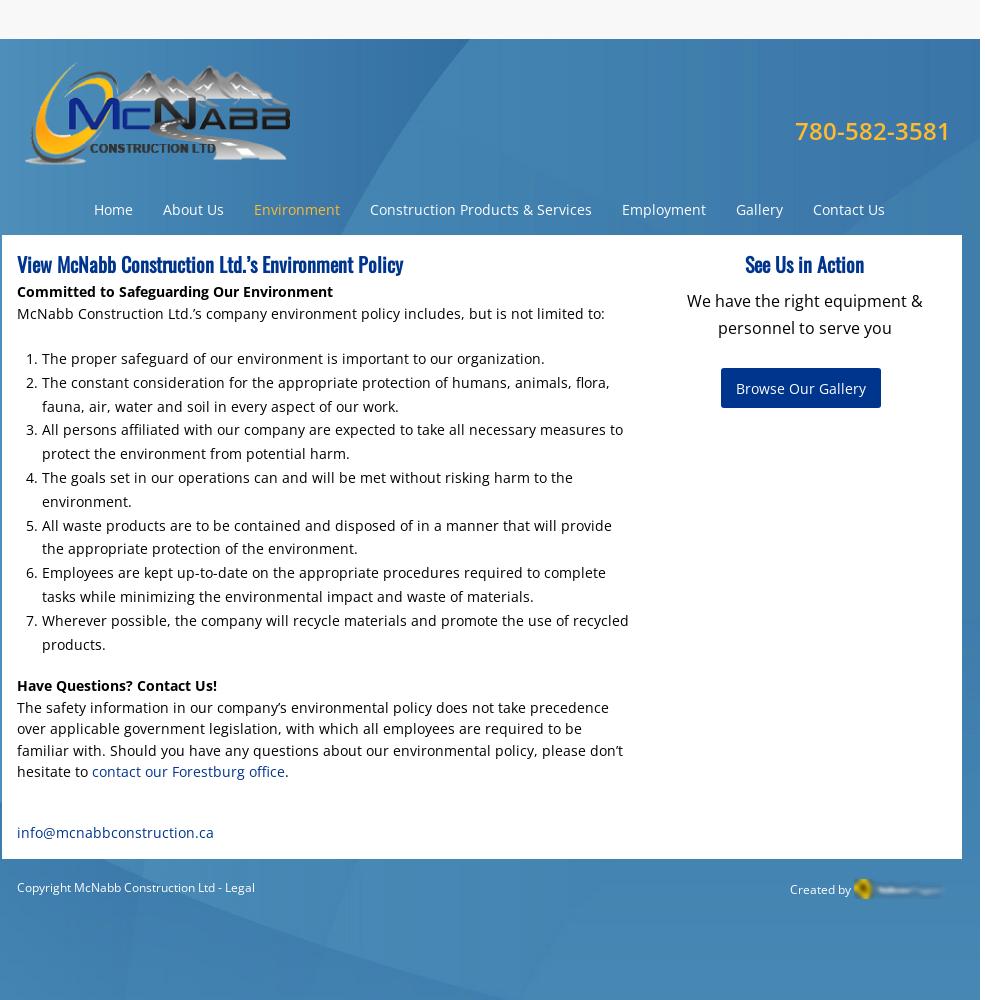 This screenshot has height=1000, width=985. What do you see at coordinates (239, 887) in the screenshot?
I see `'Legal'` at bounding box center [239, 887].